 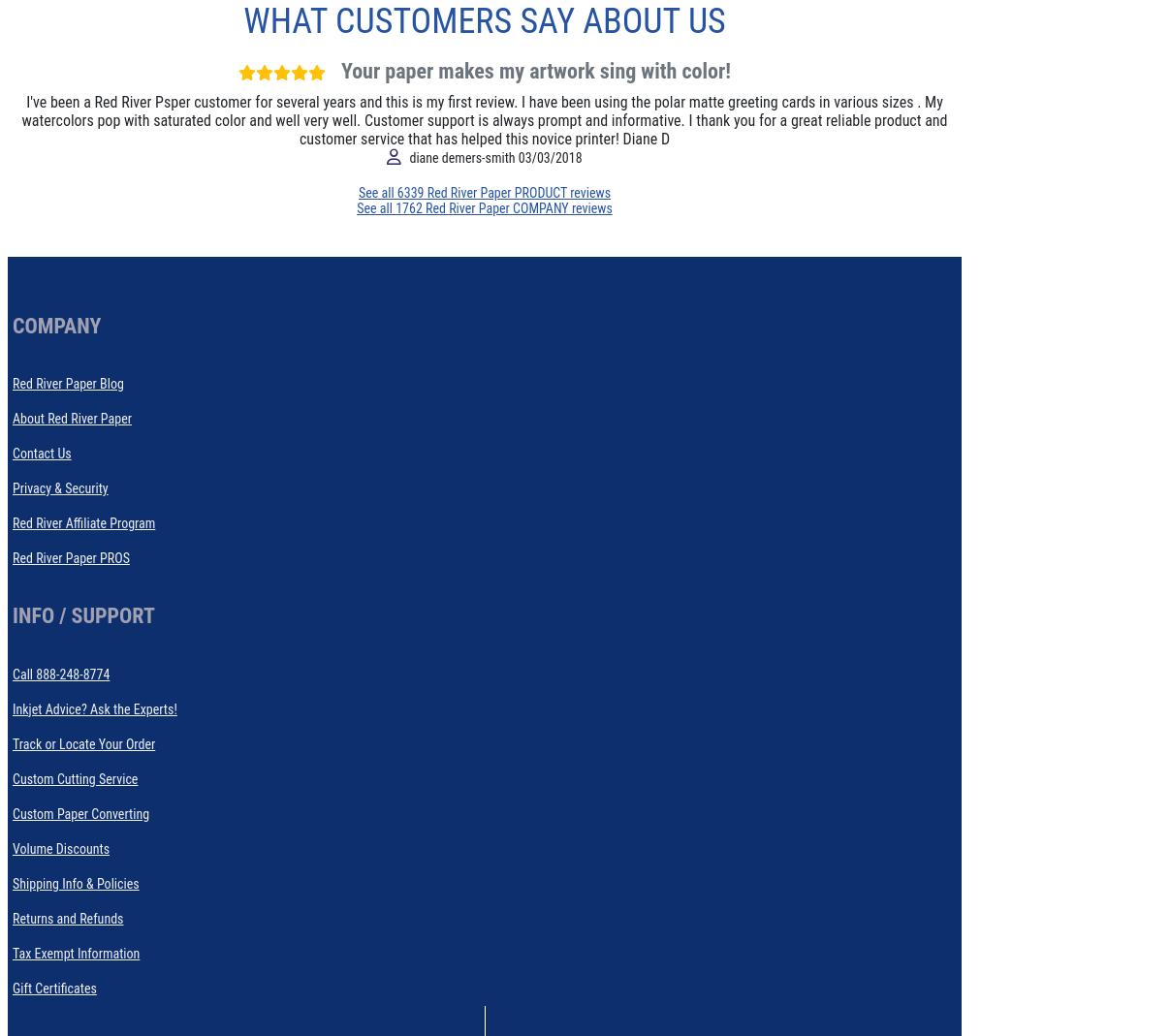 I want to click on 'See all 1762 Red River Paper COMPANY reviews', so click(x=484, y=206).